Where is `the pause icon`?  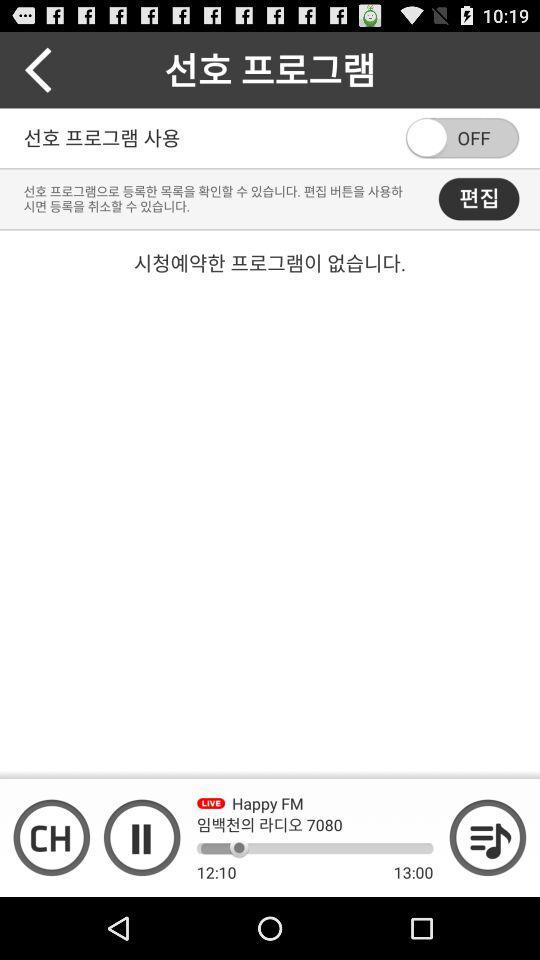
the pause icon is located at coordinates (141, 895).